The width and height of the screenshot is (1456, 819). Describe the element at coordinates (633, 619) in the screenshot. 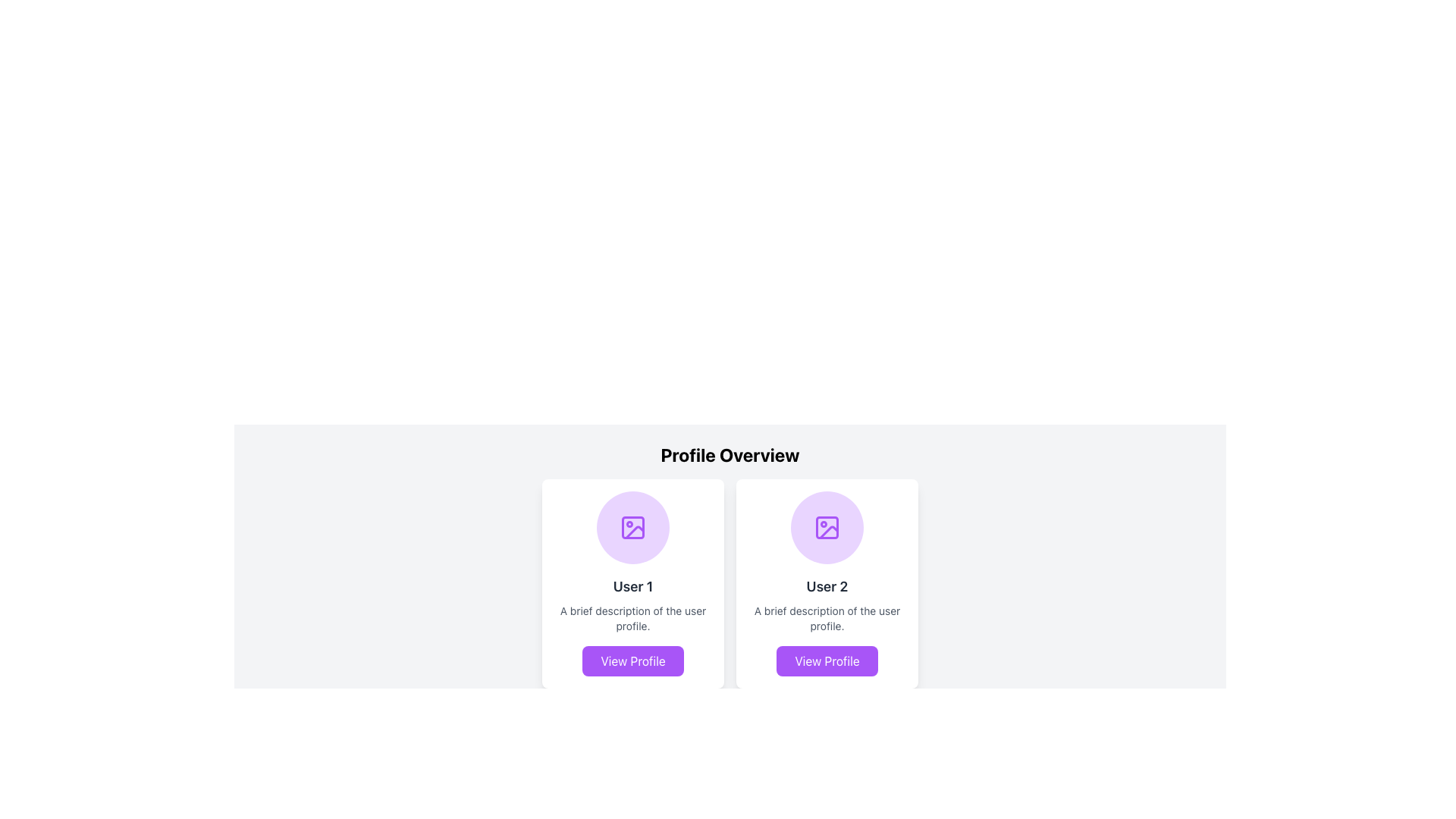

I see `the text label that contains the description 'A brief description of the user profile.' which is positioned below the title 'User 1' and above the 'View Profile' button in the left card of a two-card layout` at that location.